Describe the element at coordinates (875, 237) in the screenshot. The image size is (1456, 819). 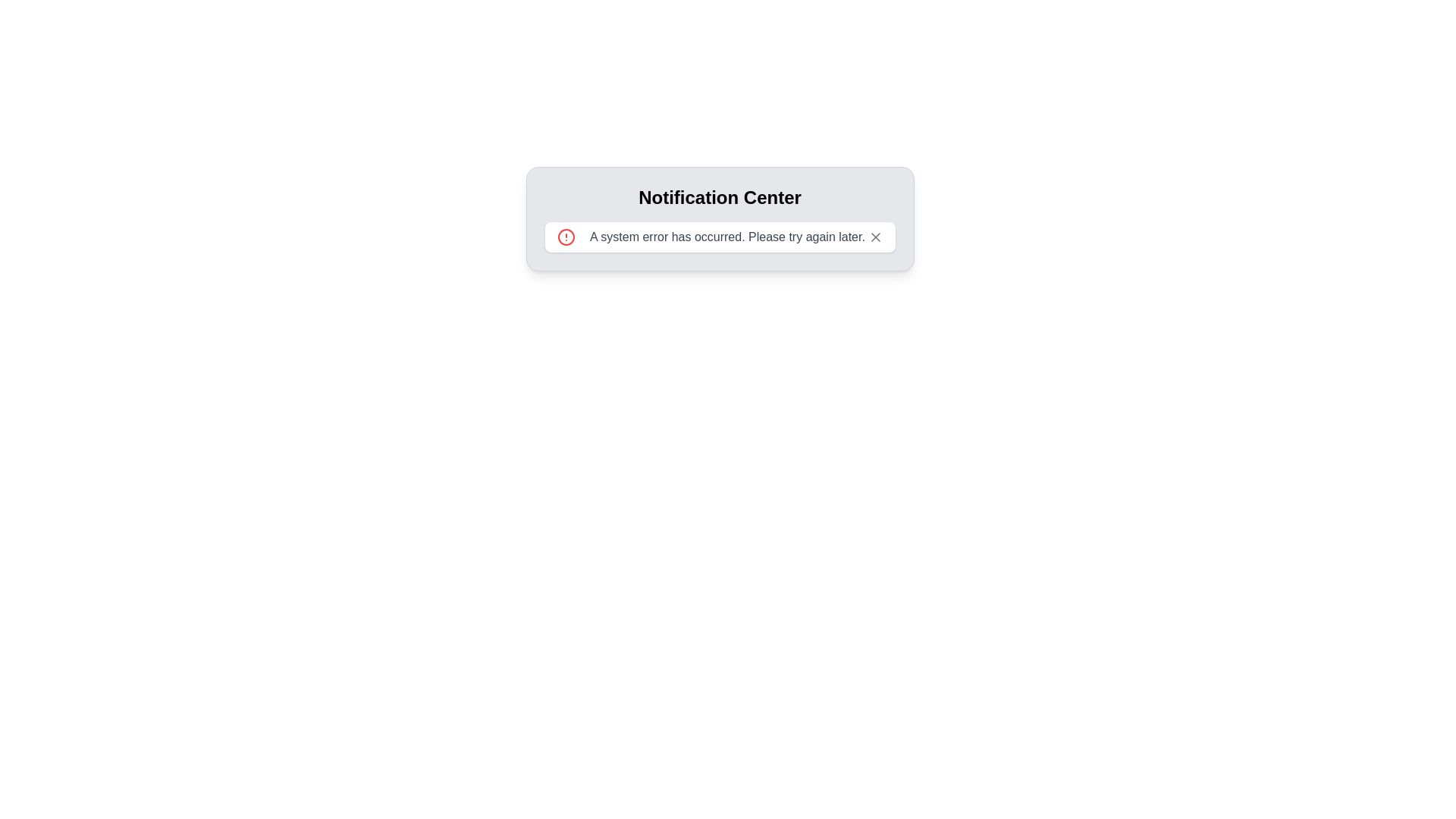
I see `the gray 'X' button in the notification pop-up to trigger the visual feedback of it changing to red` at that location.